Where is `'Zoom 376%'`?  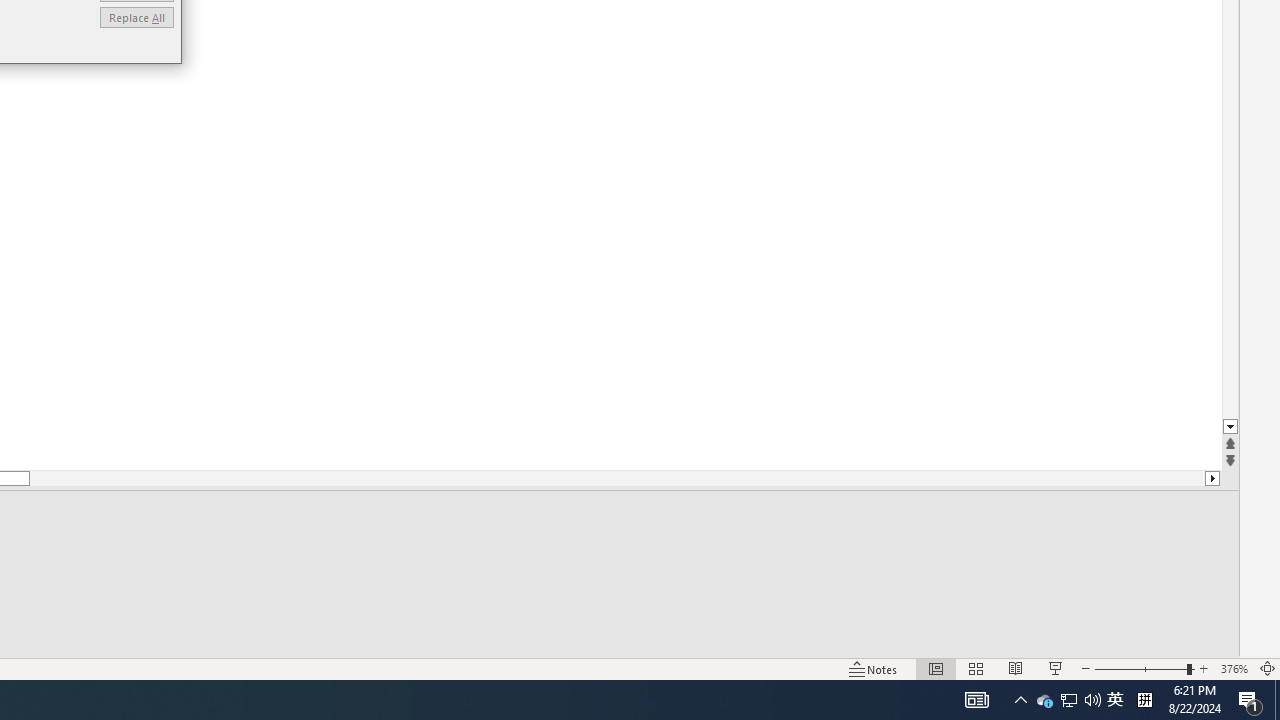 'Zoom 376%' is located at coordinates (1233, 669).